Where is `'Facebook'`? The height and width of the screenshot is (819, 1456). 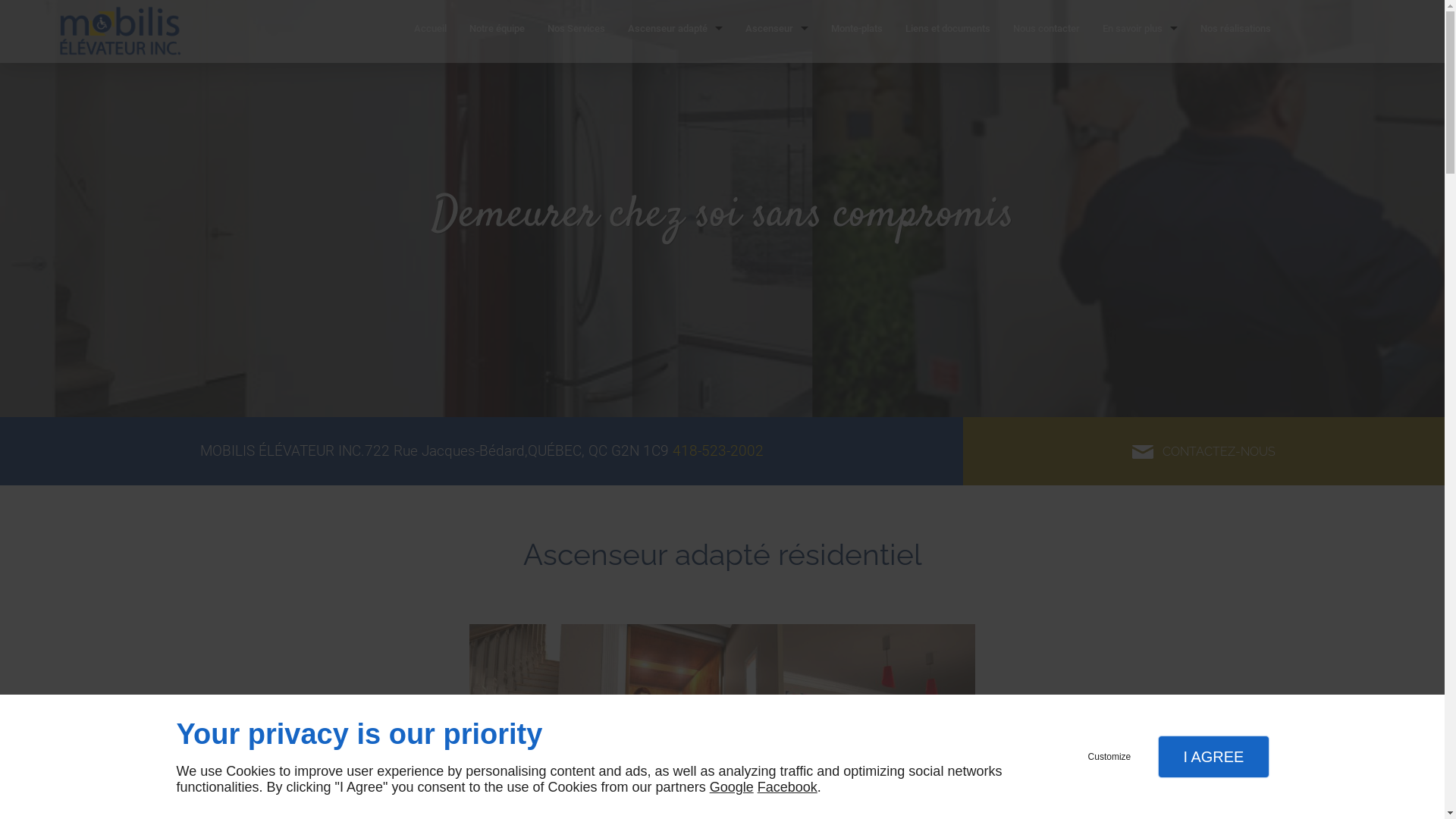
'Facebook' is located at coordinates (787, 786).